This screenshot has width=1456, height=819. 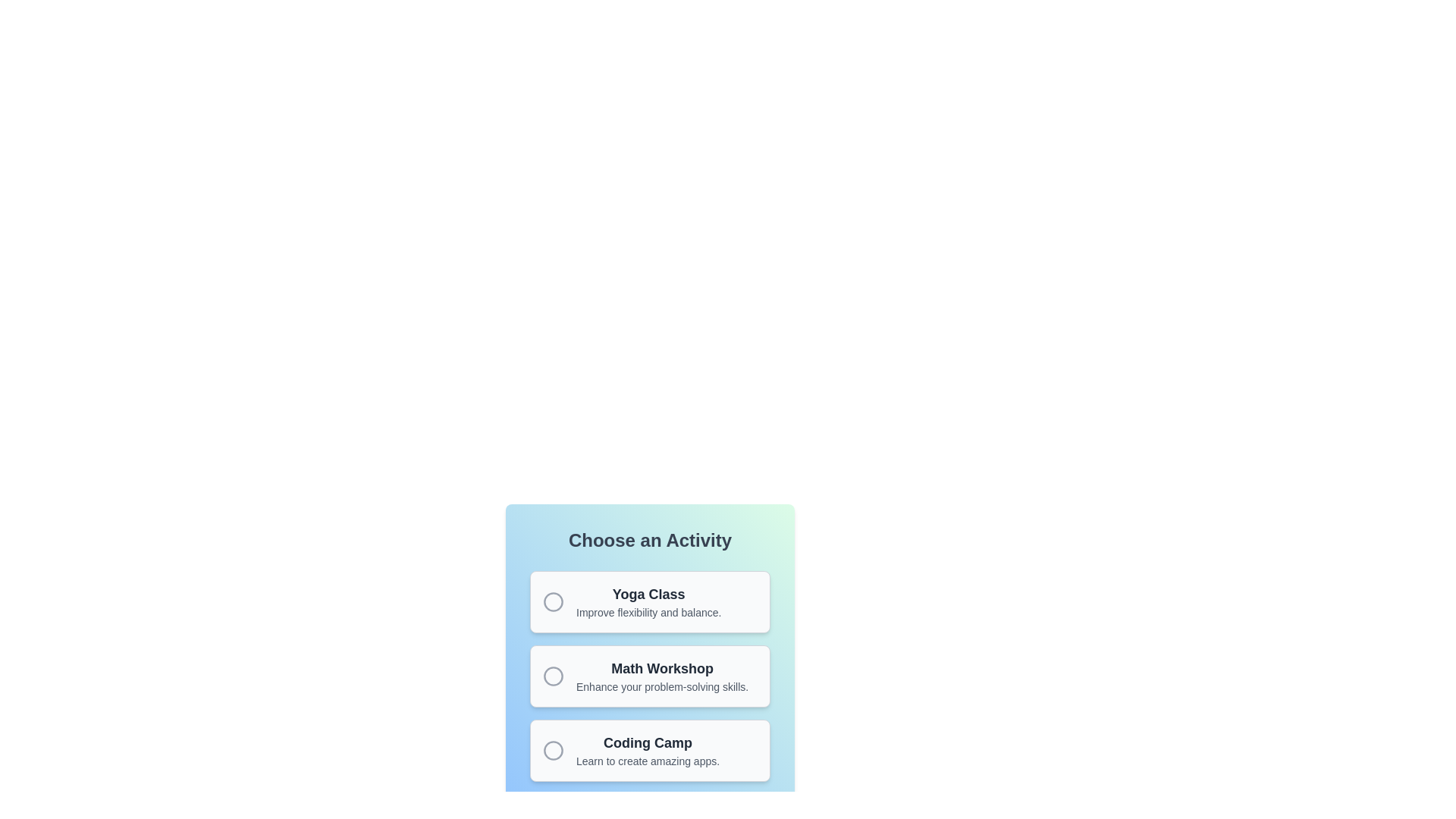 What do you see at coordinates (662, 675) in the screenshot?
I see `the 'Math Workshop' informational block located in the second item of the vertical list of cards beneath the 'Choose an Activity' header` at bounding box center [662, 675].